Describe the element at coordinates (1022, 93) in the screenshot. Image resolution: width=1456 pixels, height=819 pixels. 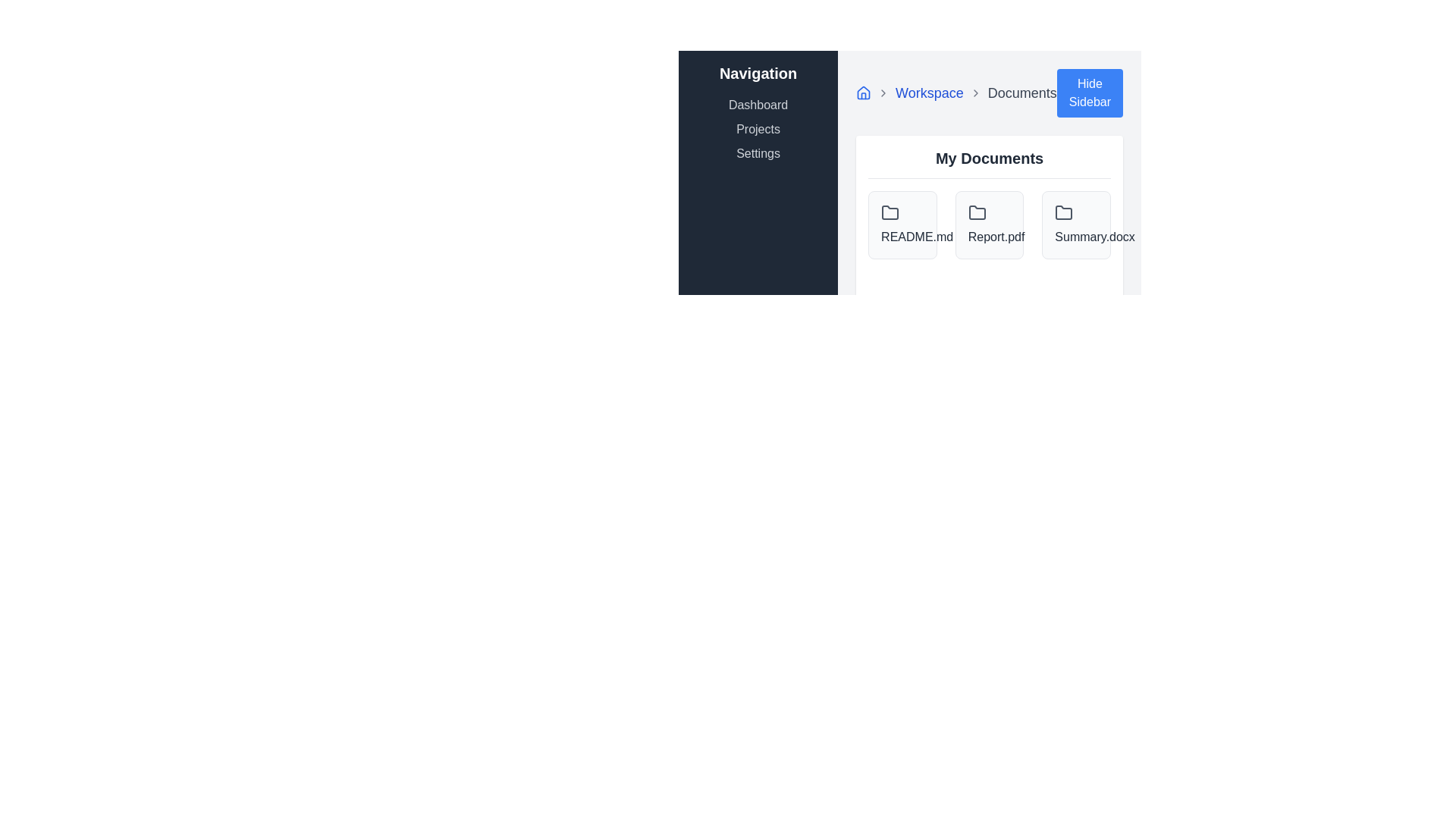
I see `the 'Documents' text label, which is styled in gray and part of a breadcrumb navigation sequence, positioned to the right of the 'Workspace' text` at that location.